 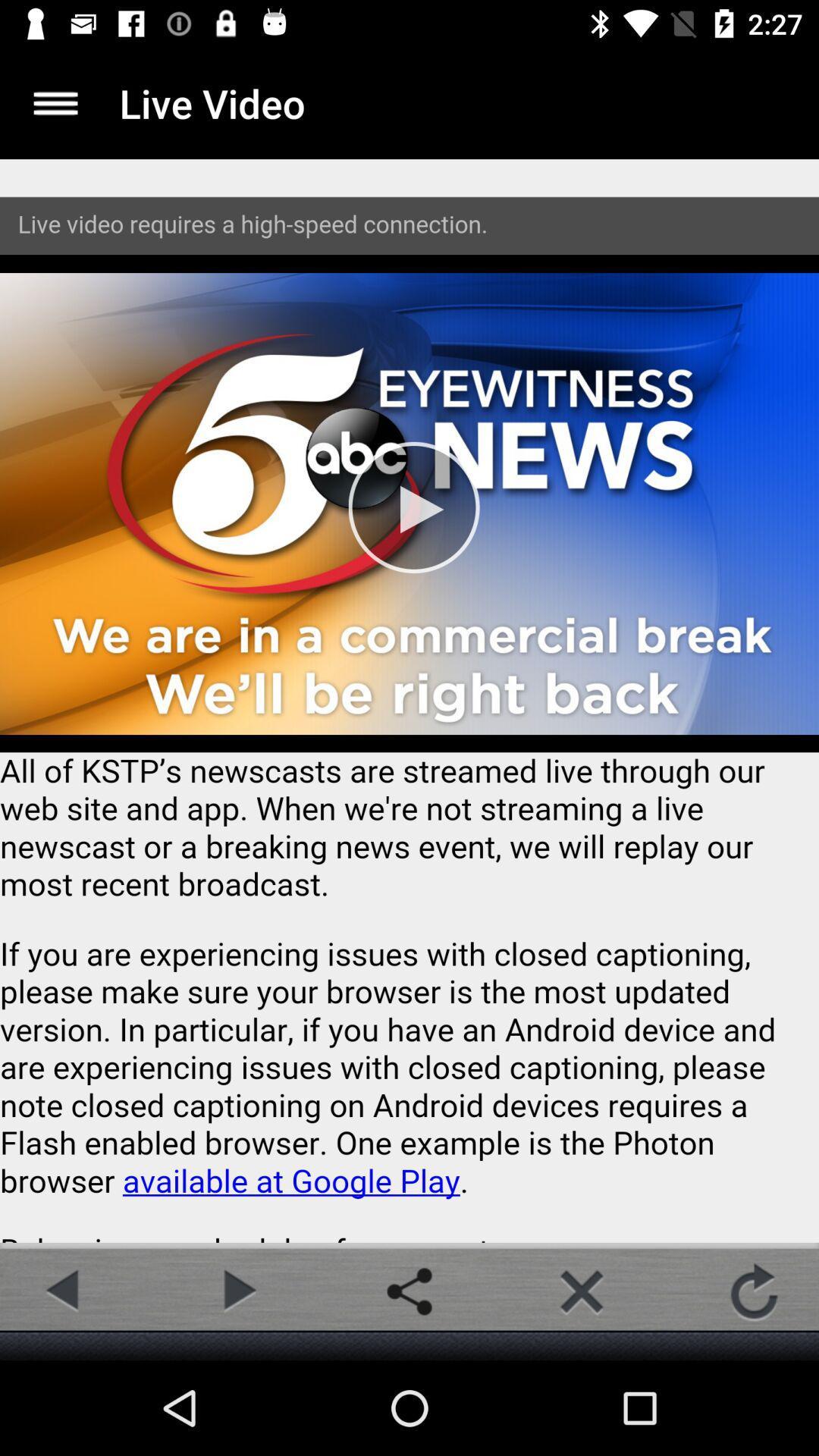 I want to click on share button, so click(x=409, y=1291).